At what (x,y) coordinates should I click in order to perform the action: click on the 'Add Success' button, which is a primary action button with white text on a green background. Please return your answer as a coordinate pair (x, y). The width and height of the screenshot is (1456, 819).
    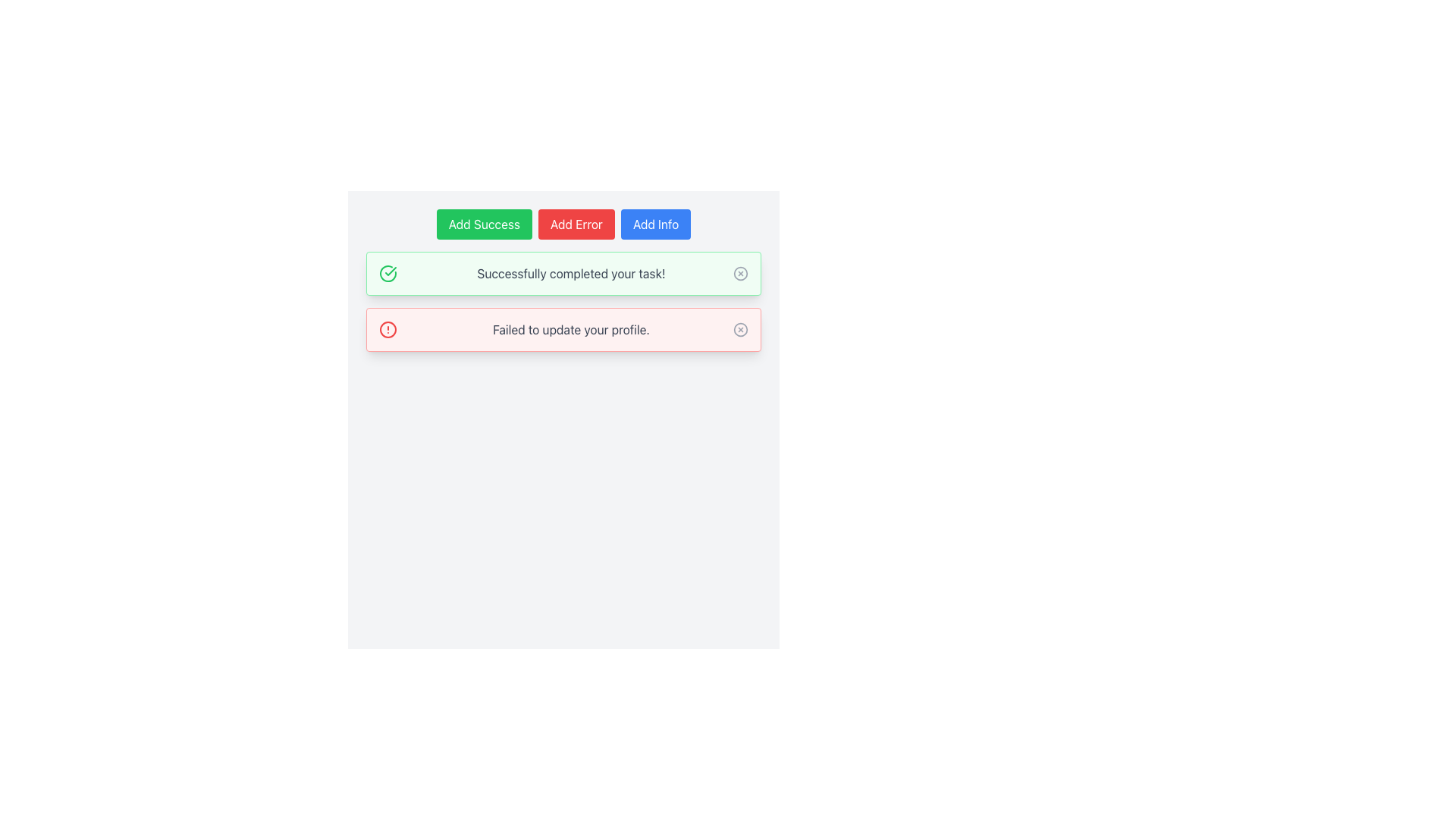
    Looking at the image, I should click on (483, 224).